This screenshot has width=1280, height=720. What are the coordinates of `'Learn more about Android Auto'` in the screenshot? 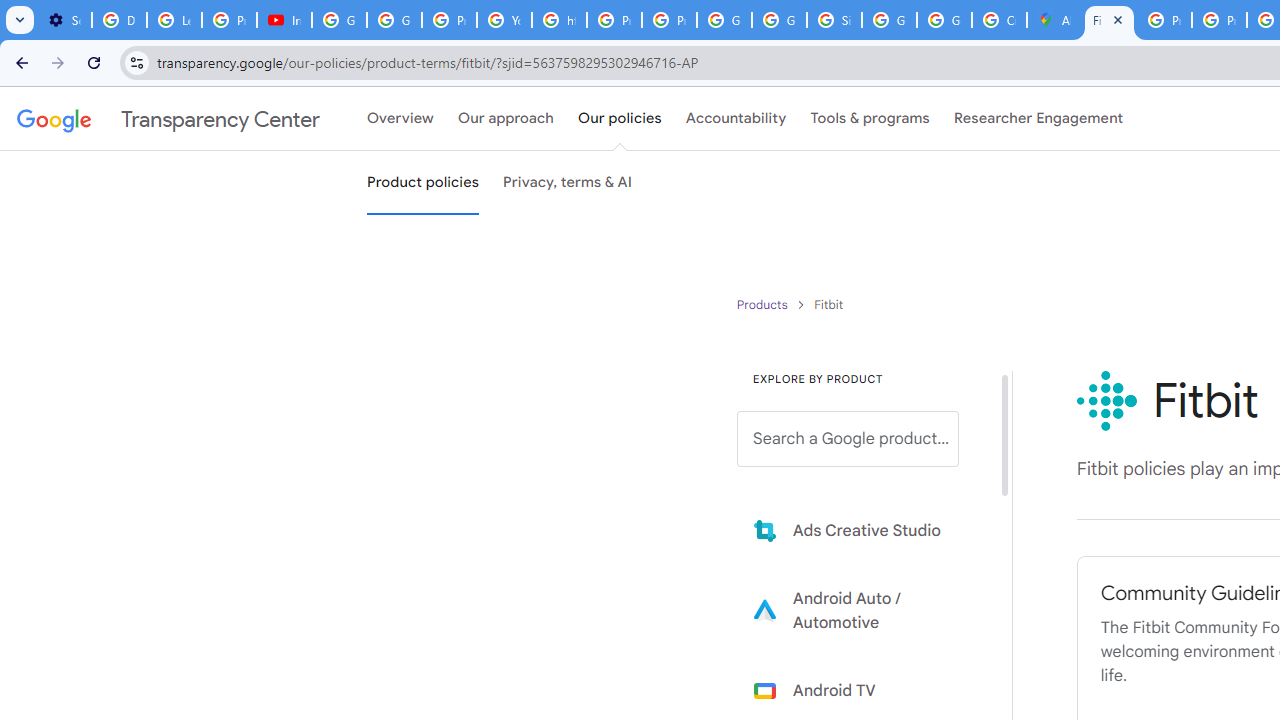 It's located at (862, 609).